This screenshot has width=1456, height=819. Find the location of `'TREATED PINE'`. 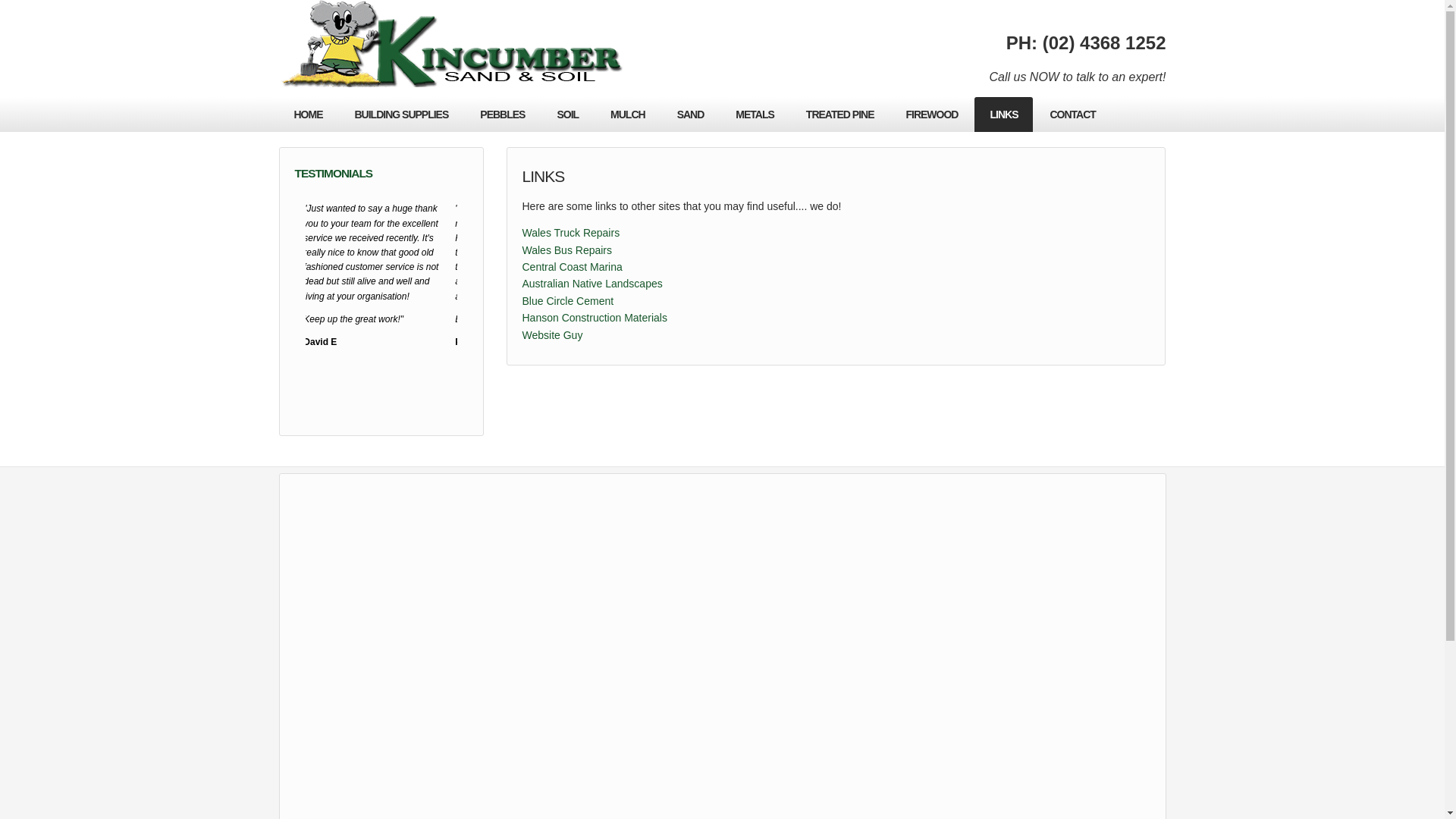

'TREATED PINE' is located at coordinates (789, 113).